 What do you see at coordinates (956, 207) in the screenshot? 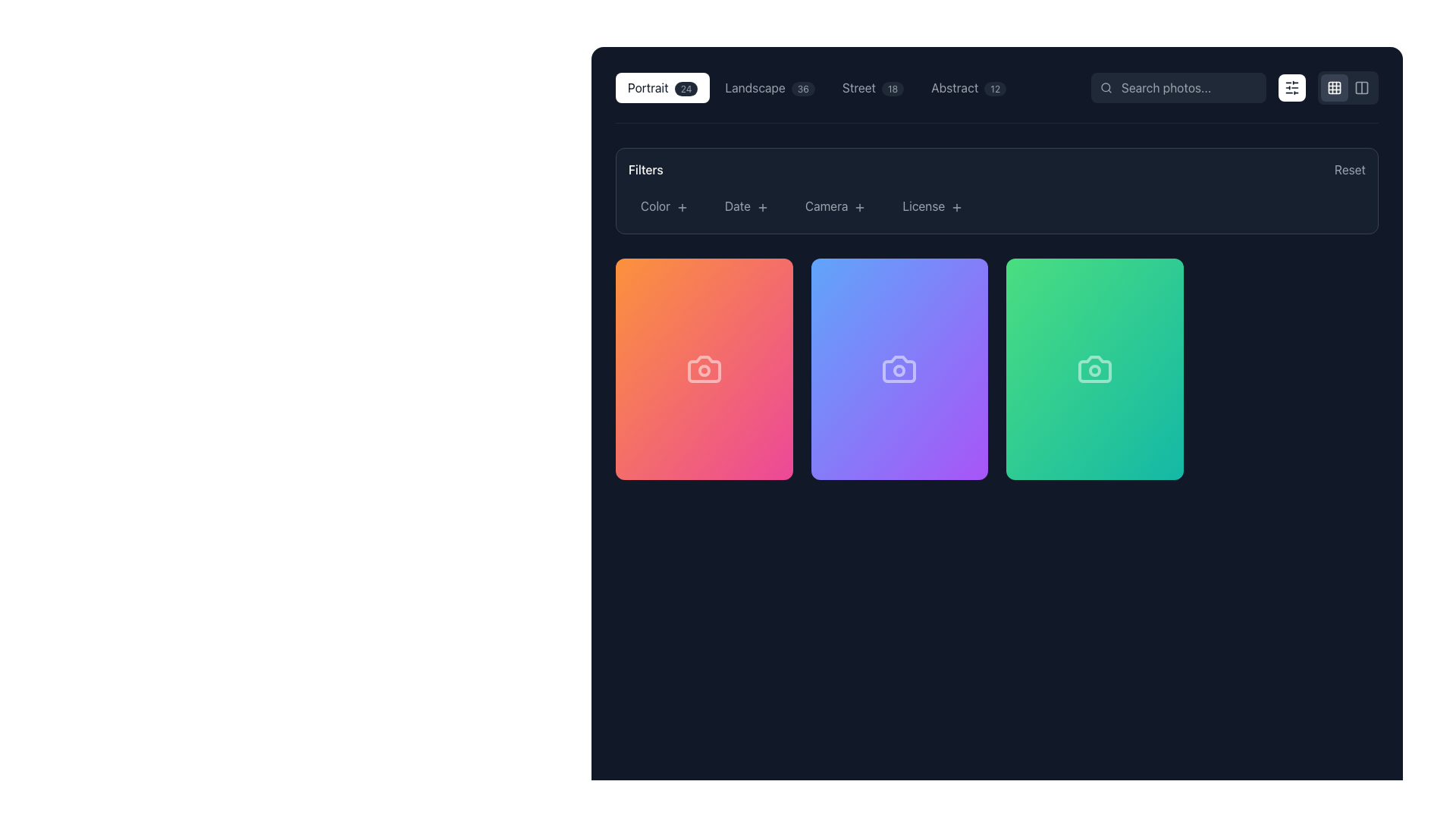
I see `the inline icon next to the 'License' button` at bounding box center [956, 207].